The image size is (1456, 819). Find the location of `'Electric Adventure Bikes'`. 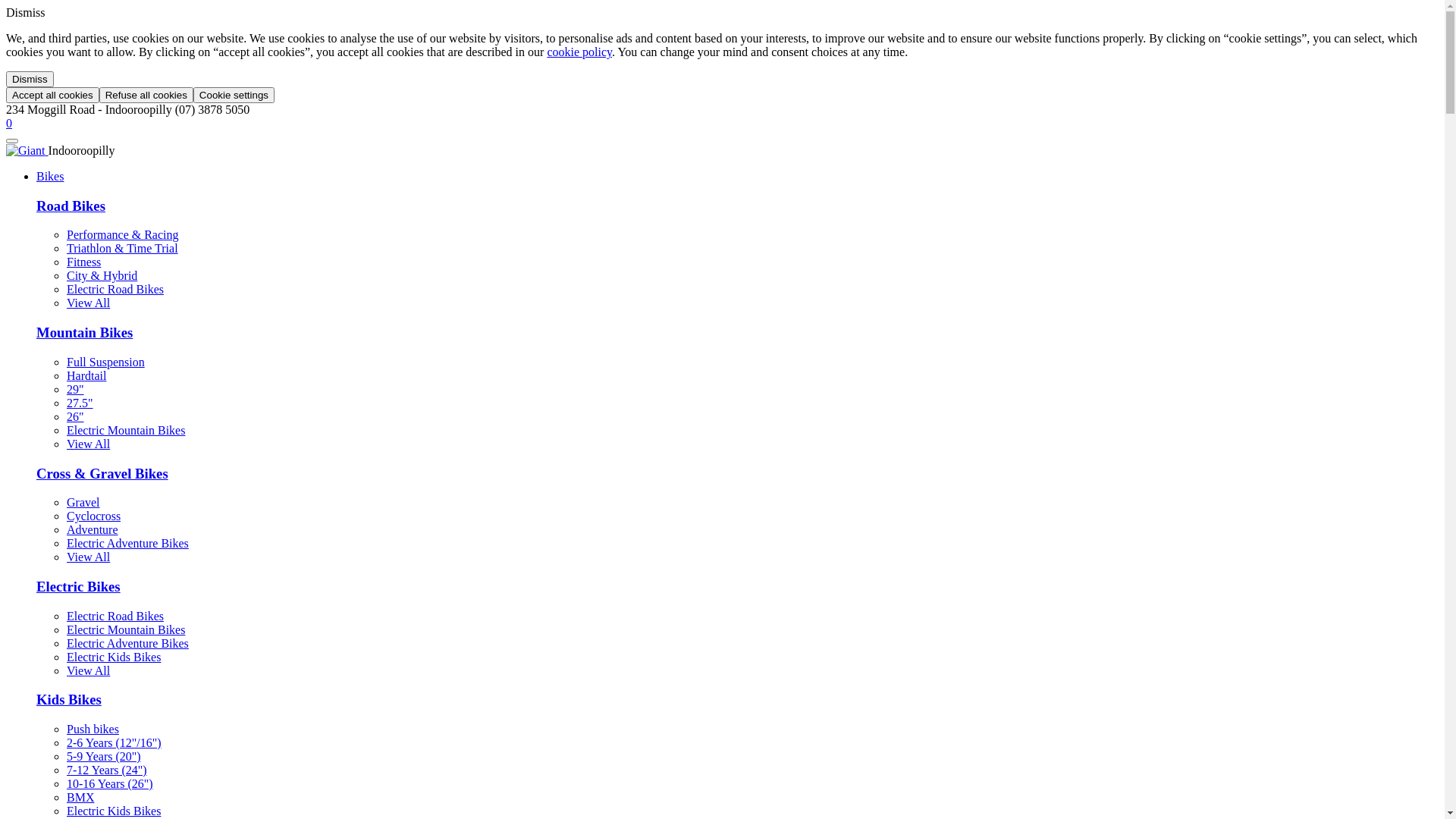

'Electric Adventure Bikes' is located at coordinates (127, 643).